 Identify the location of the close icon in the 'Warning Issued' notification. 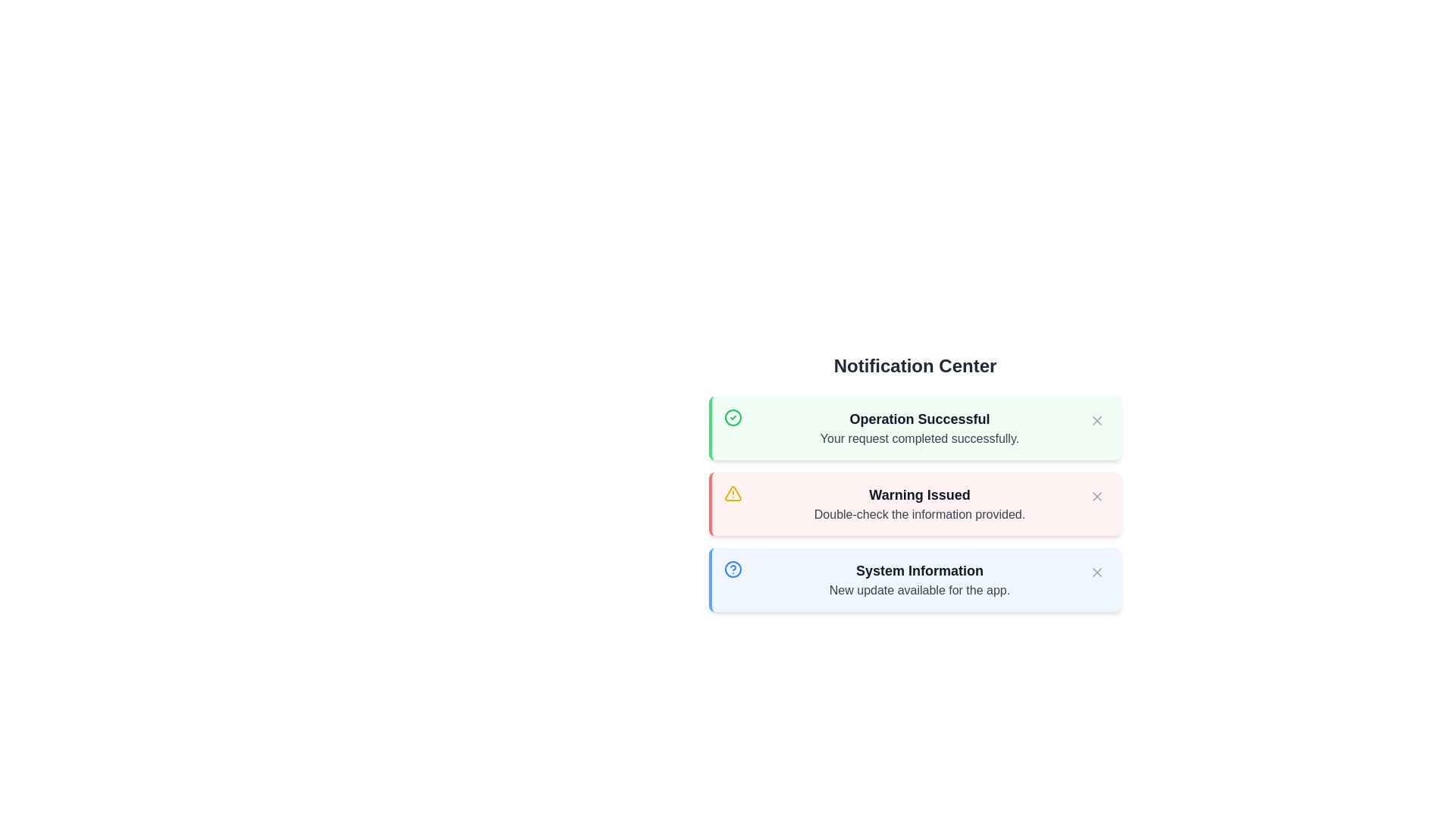
(1097, 497).